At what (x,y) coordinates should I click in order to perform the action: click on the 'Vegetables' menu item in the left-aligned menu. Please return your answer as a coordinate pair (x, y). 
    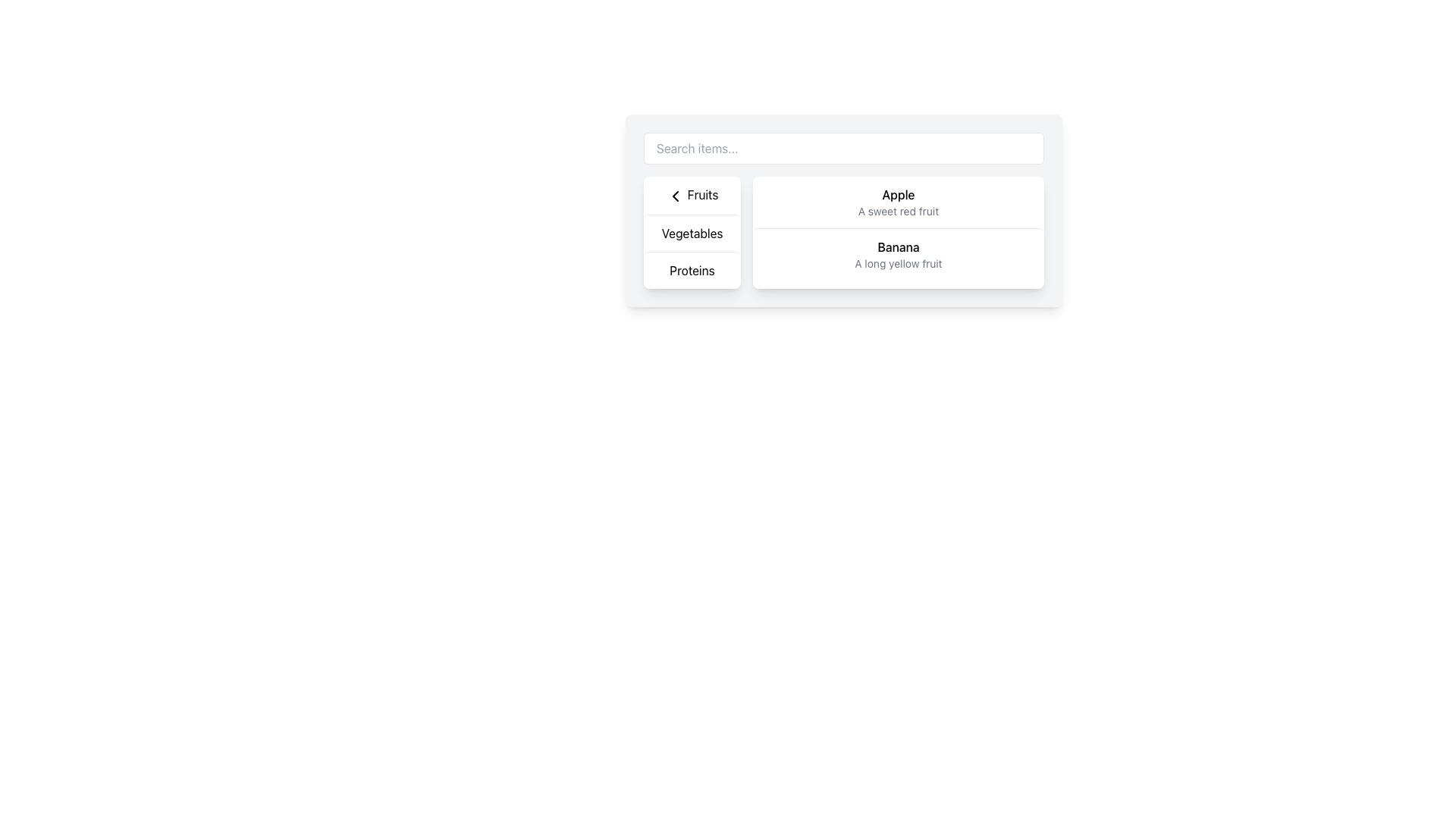
    Looking at the image, I should click on (691, 233).